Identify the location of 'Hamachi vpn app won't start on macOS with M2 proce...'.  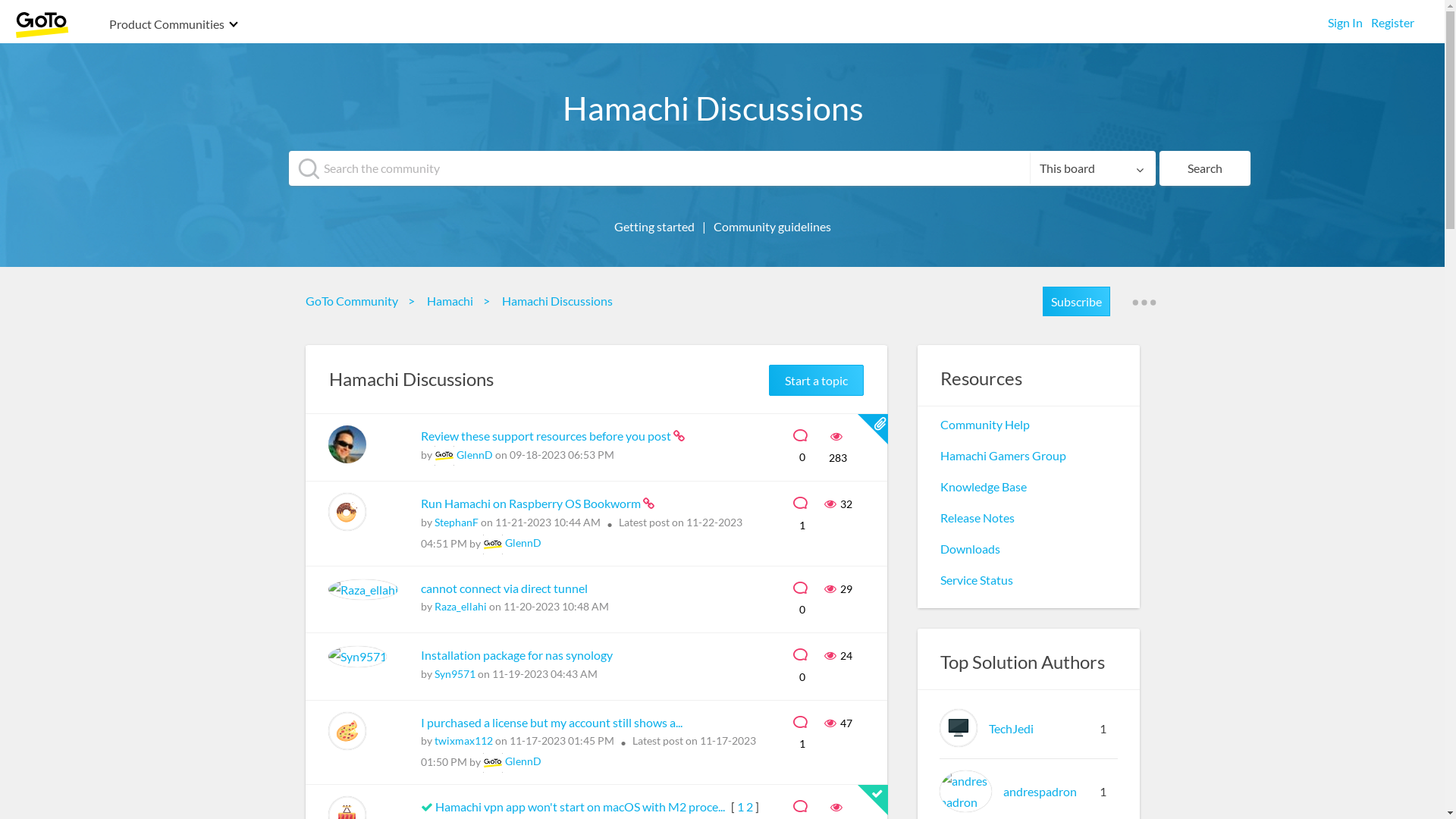
(580, 805).